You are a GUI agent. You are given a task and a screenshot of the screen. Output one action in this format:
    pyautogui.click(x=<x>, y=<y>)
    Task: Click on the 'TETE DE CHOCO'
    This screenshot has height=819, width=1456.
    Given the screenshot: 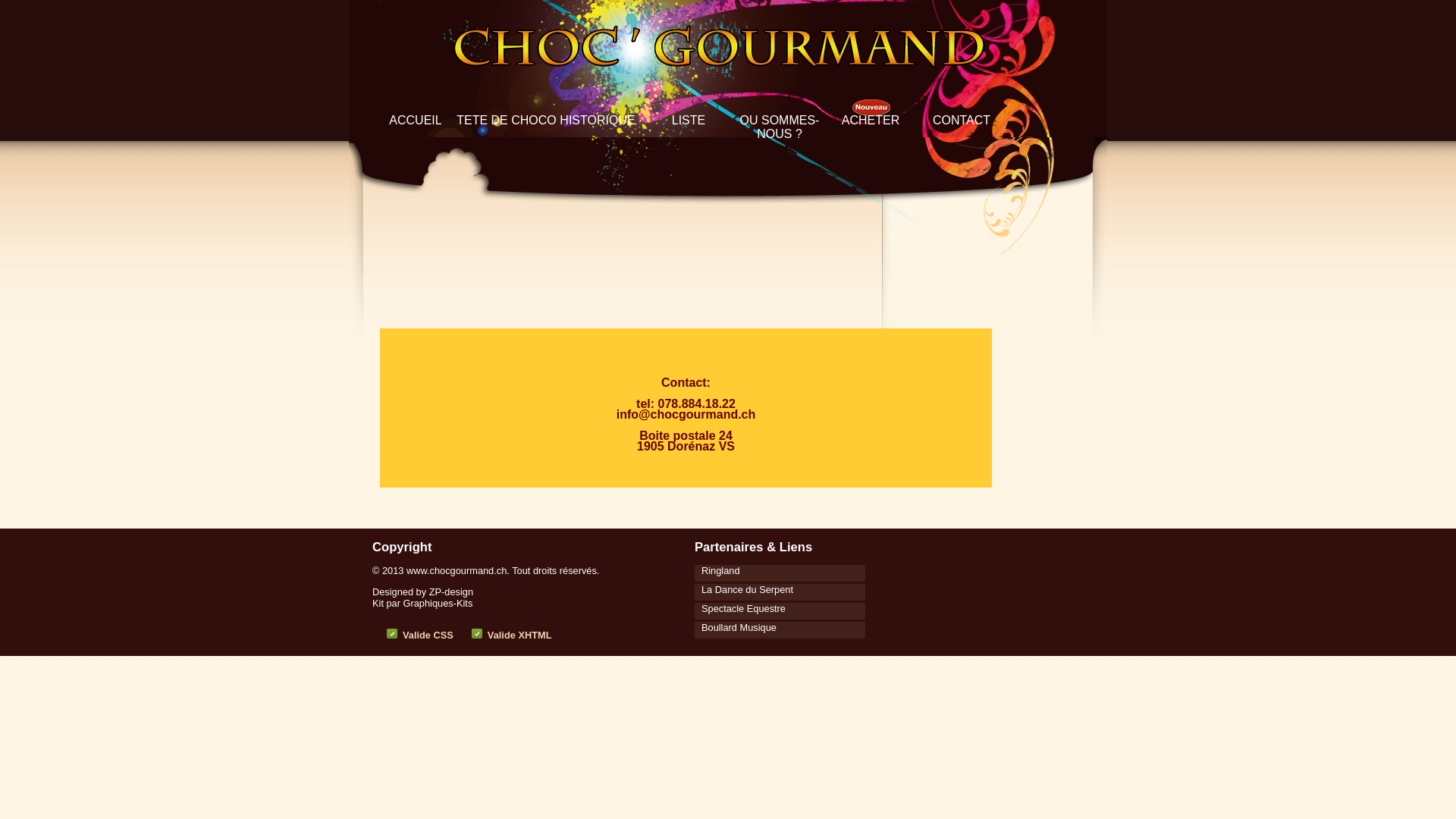 What is the action you would take?
    pyautogui.click(x=455, y=119)
    